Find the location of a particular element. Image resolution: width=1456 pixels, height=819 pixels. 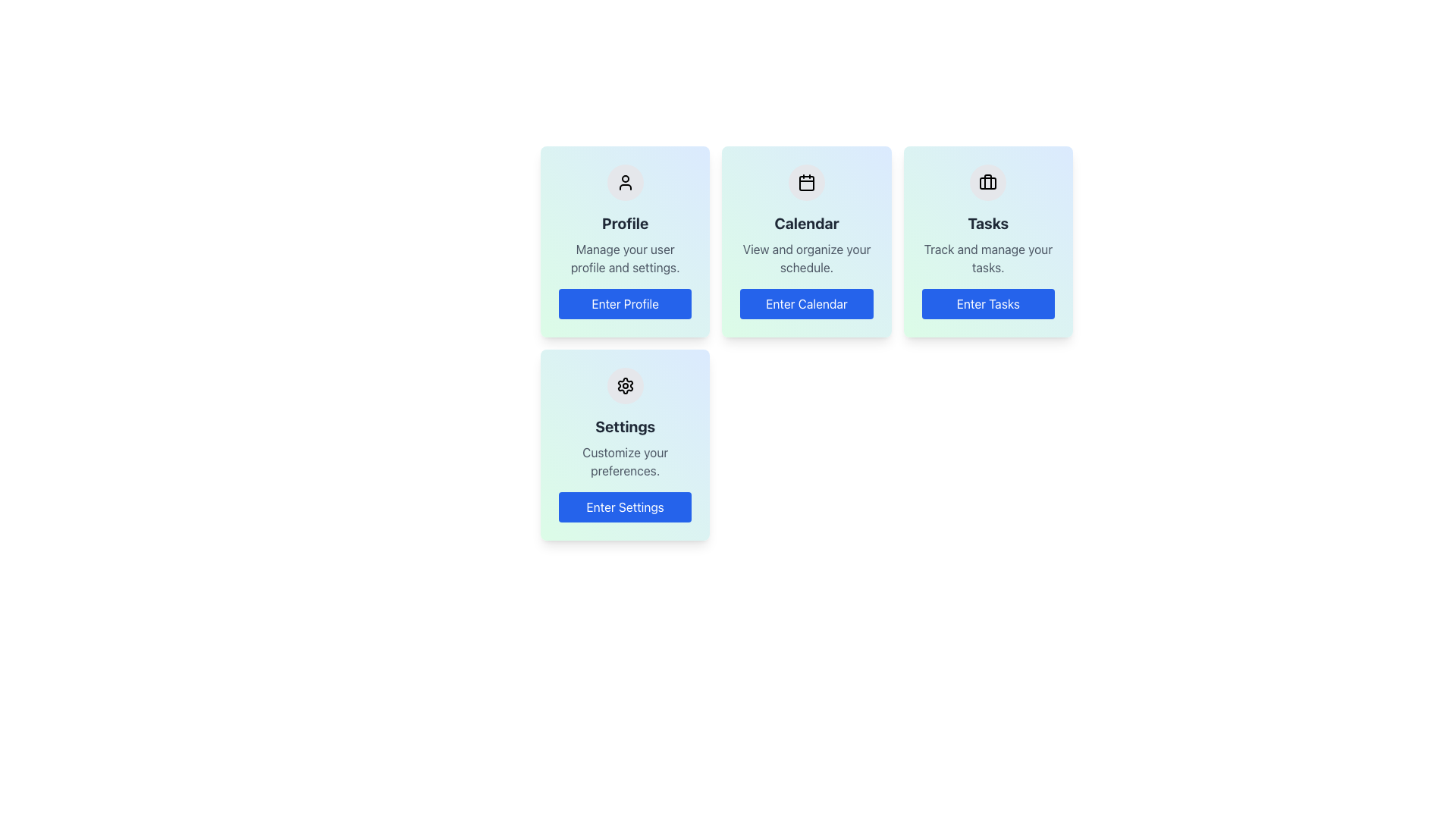

description text located in the middle section of the 'Profile' card, positioned between the title at the top and the 'Enter Profile' button at the bottom is located at coordinates (625, 257).